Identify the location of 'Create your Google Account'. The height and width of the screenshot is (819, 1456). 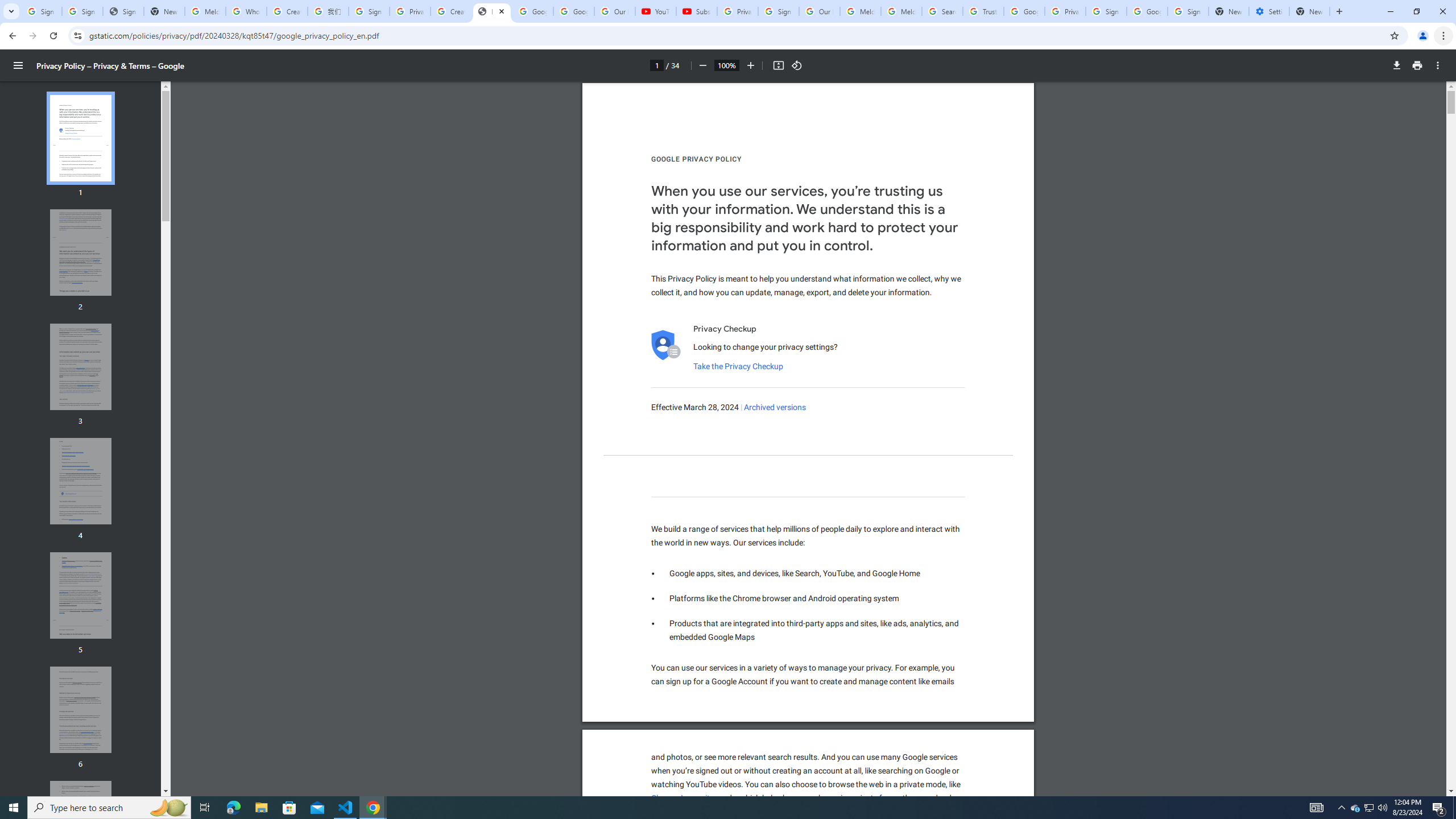
(450, 11).